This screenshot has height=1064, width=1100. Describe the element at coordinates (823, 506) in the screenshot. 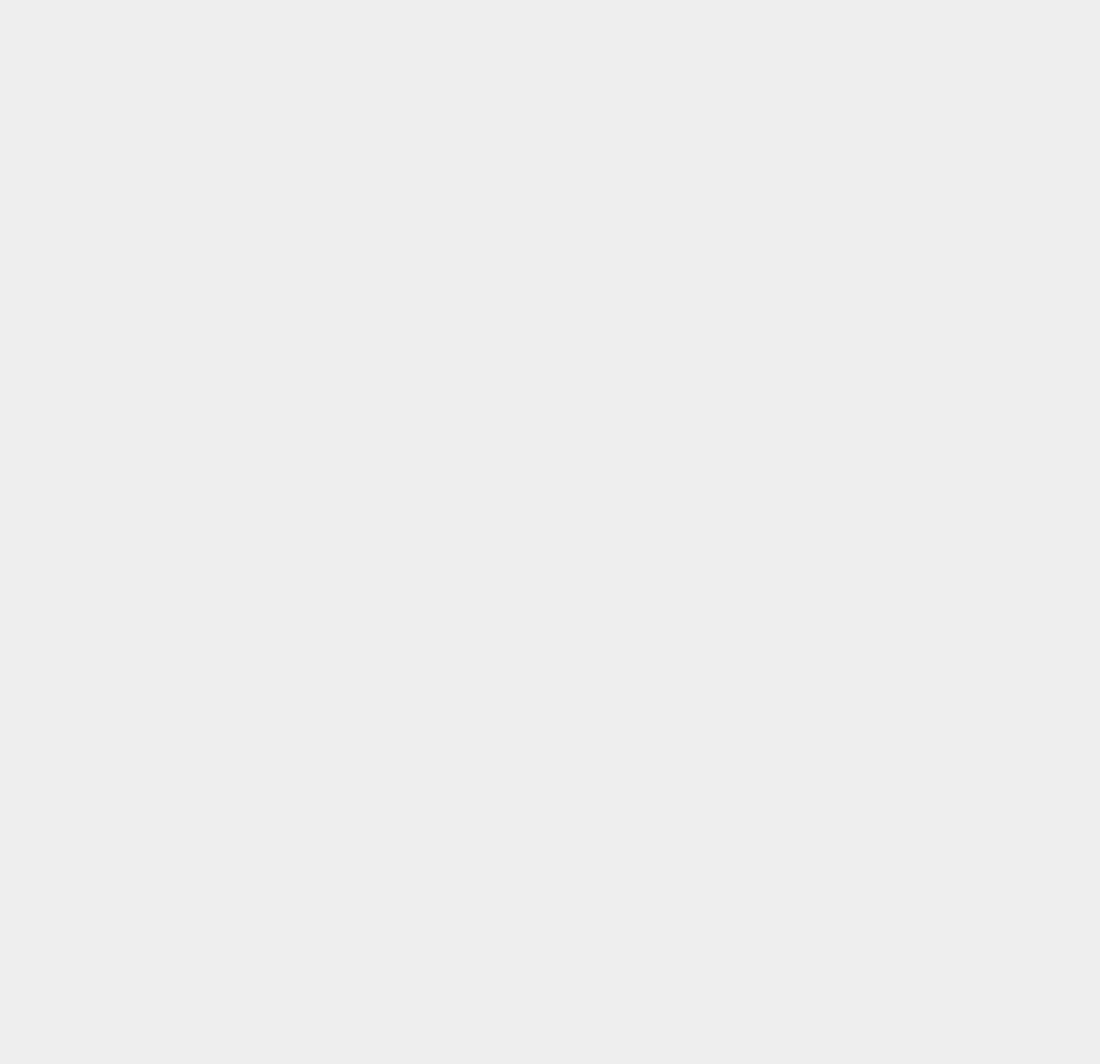

I see `'Mozilla Firefox'` at that location.